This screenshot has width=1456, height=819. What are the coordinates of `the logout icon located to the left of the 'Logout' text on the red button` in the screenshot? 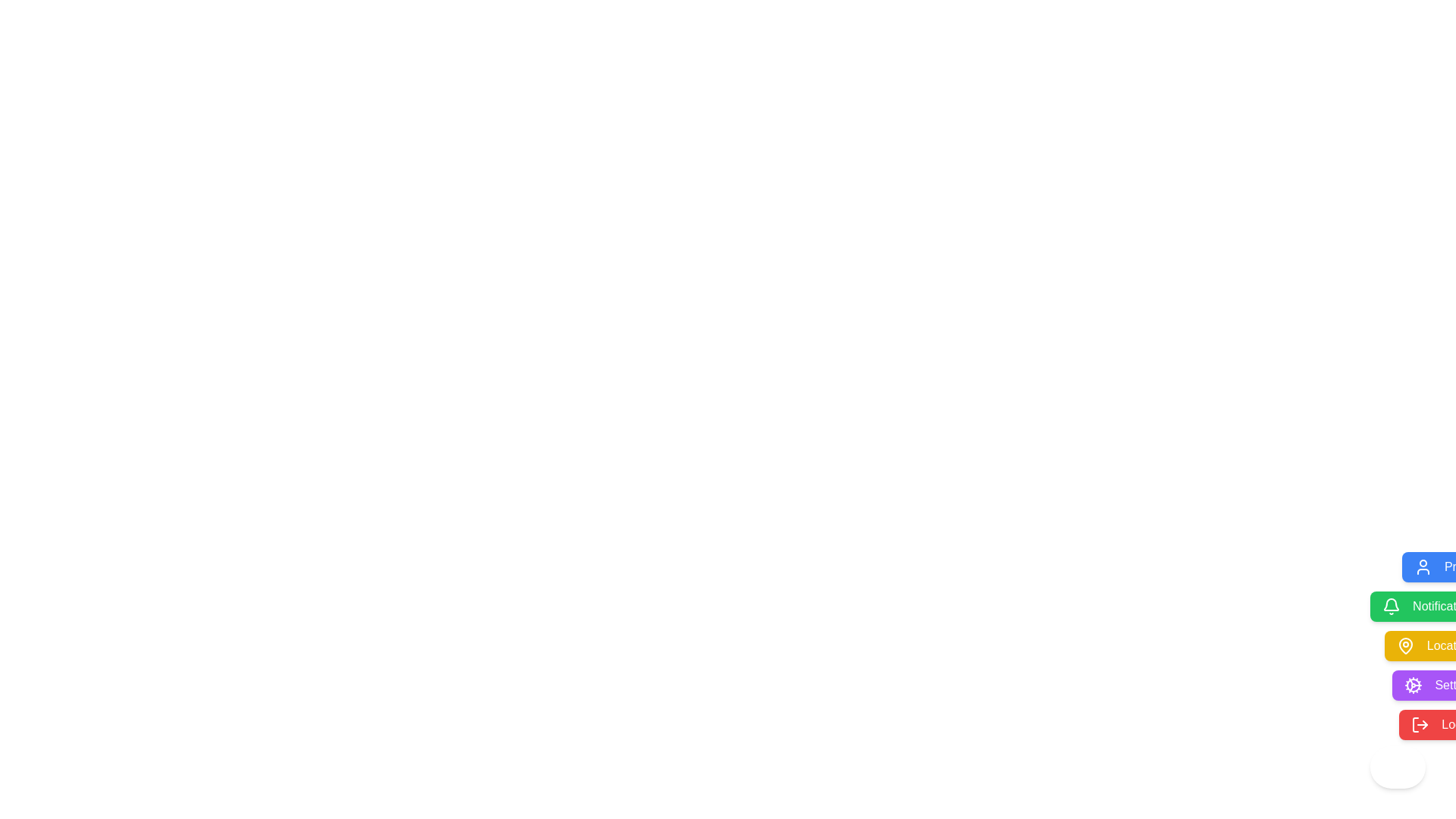 It's located at (1420, 724).